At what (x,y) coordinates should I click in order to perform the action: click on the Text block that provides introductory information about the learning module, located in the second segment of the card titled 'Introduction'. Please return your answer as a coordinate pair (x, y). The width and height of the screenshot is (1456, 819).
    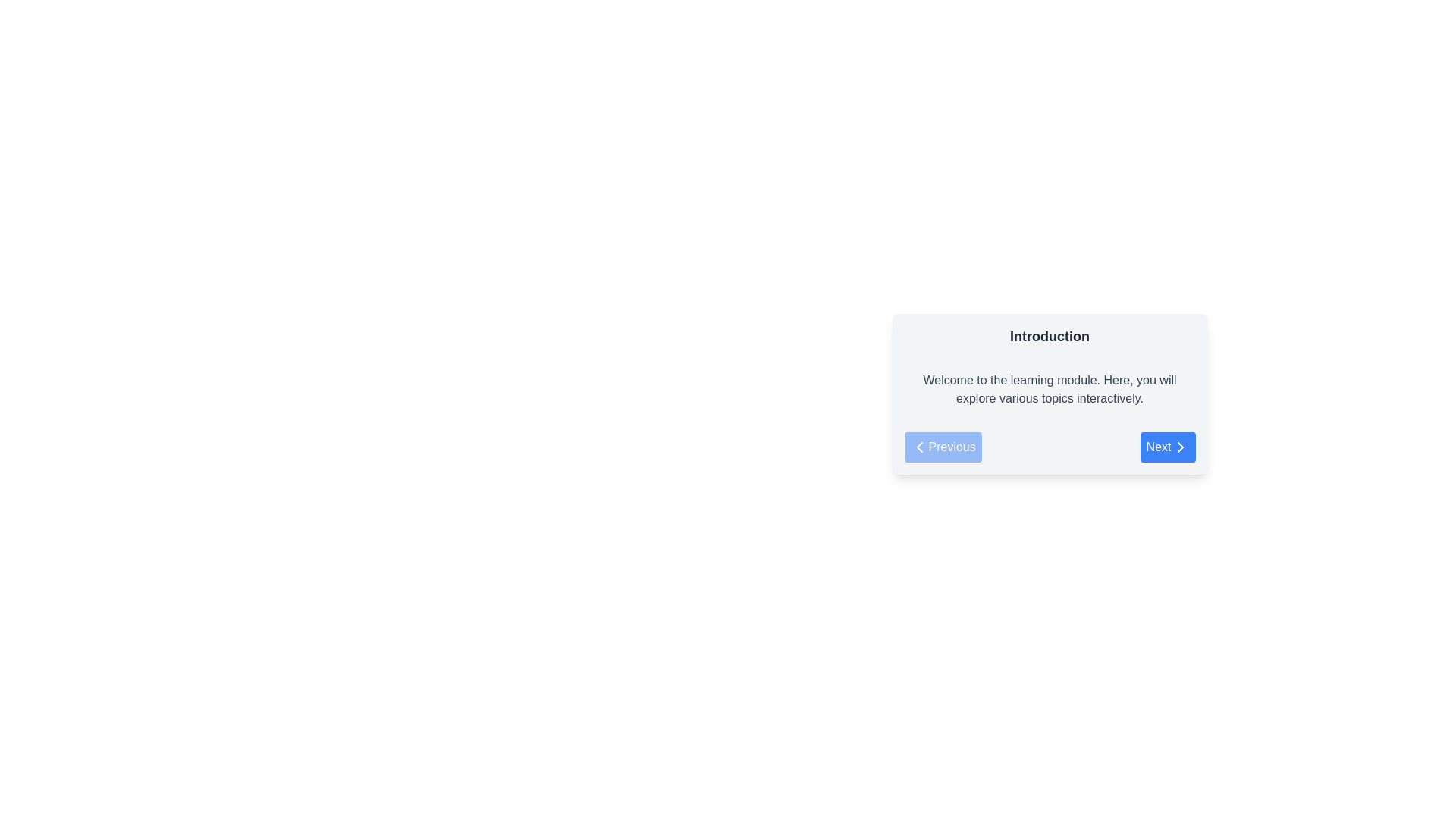
    Looking at the image, I should click on (1049, 388).